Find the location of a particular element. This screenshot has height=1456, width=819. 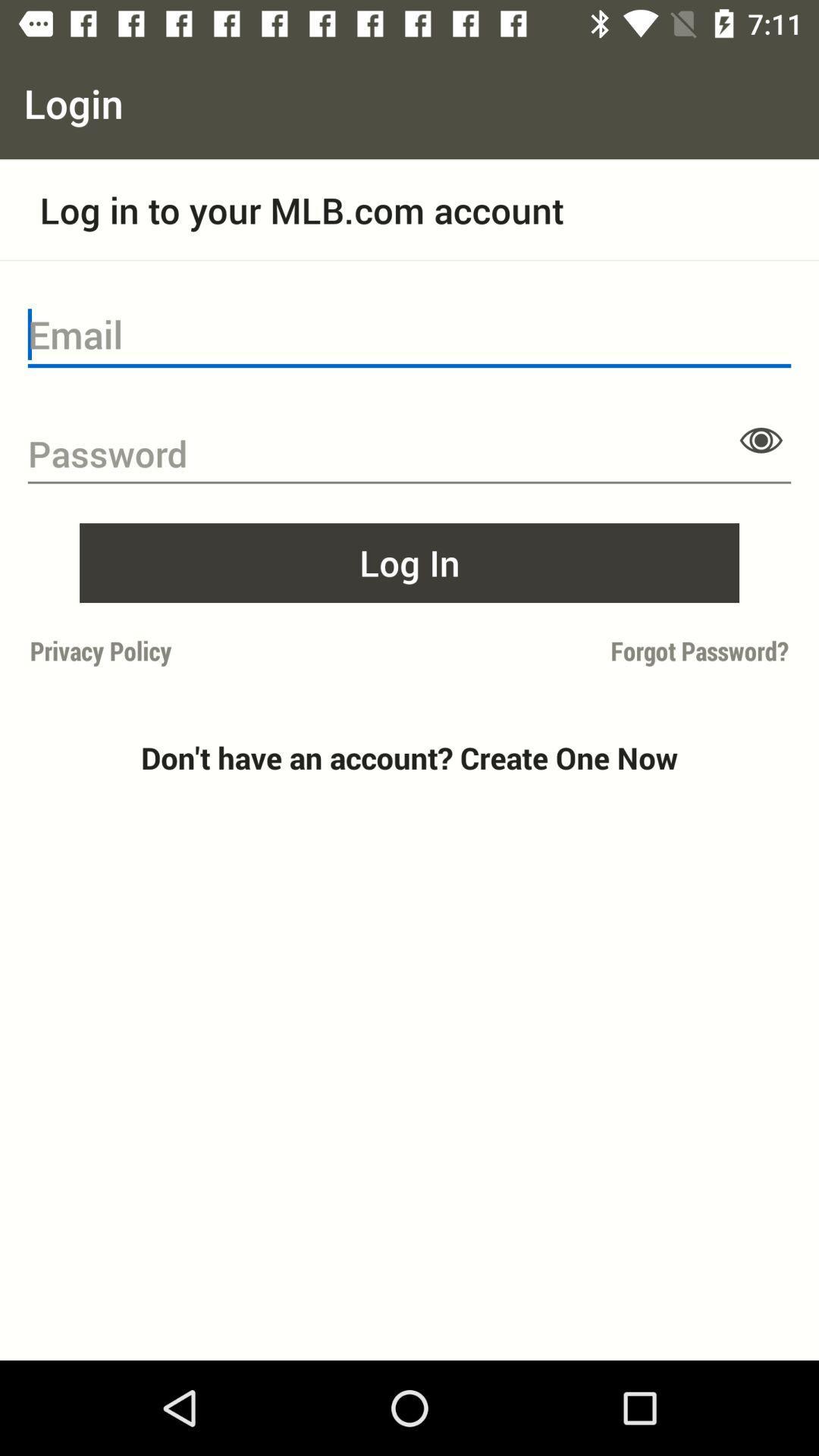

email address is located at coordinates (409, 334).